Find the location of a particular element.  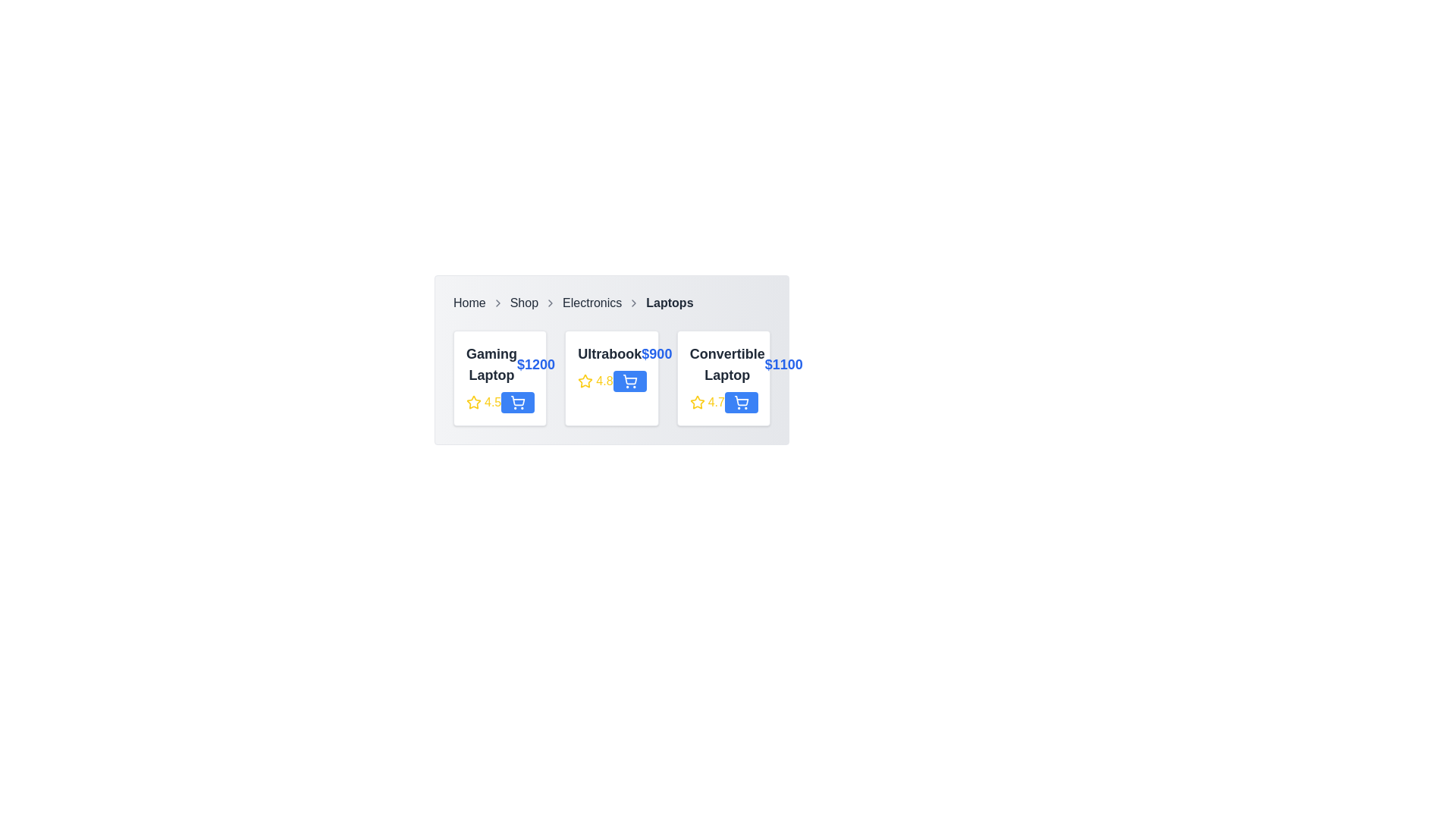

the 'Add to Cart' button located at the bottom right of the 'Convertible Laptop' product card is located at coordinates (741, 402).